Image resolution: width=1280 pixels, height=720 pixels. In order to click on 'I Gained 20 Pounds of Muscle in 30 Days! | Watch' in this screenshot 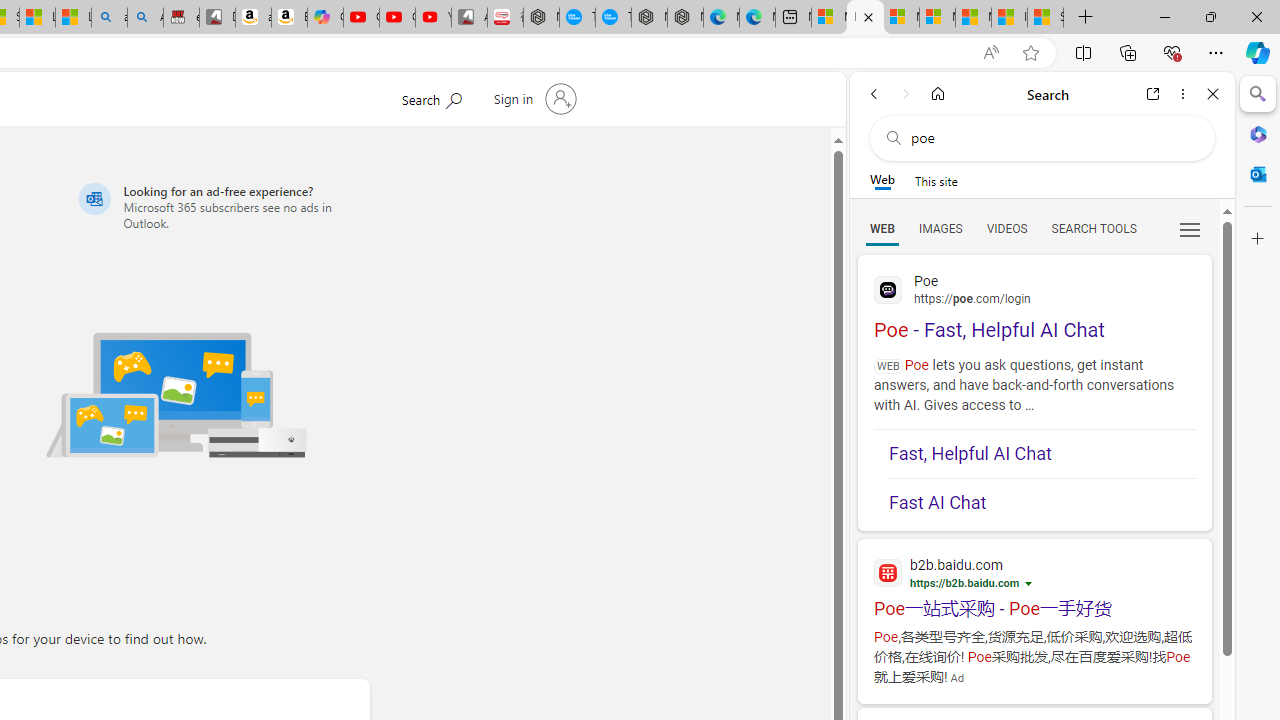, I will do `click(1009, 17)`.